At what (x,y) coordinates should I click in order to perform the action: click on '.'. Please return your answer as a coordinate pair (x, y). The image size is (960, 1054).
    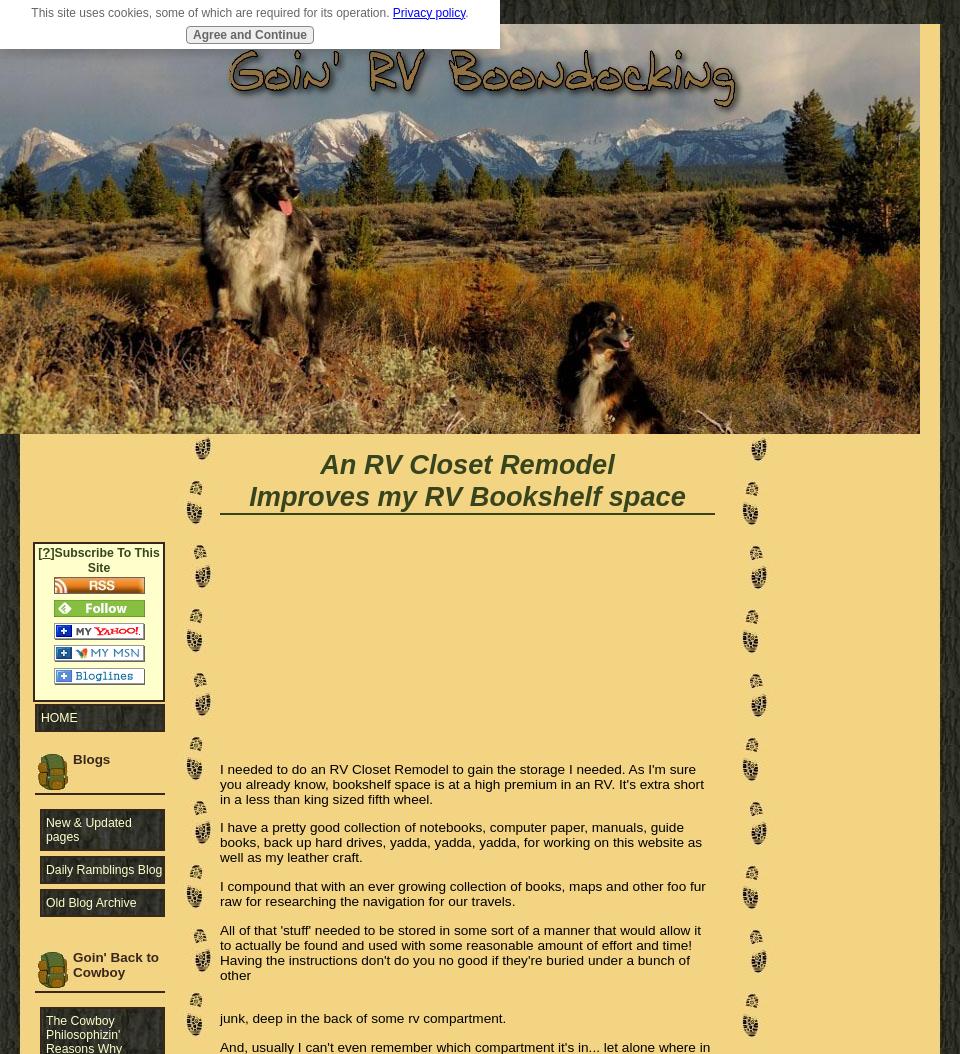
    Looking at the image, I should click on (466, 12).